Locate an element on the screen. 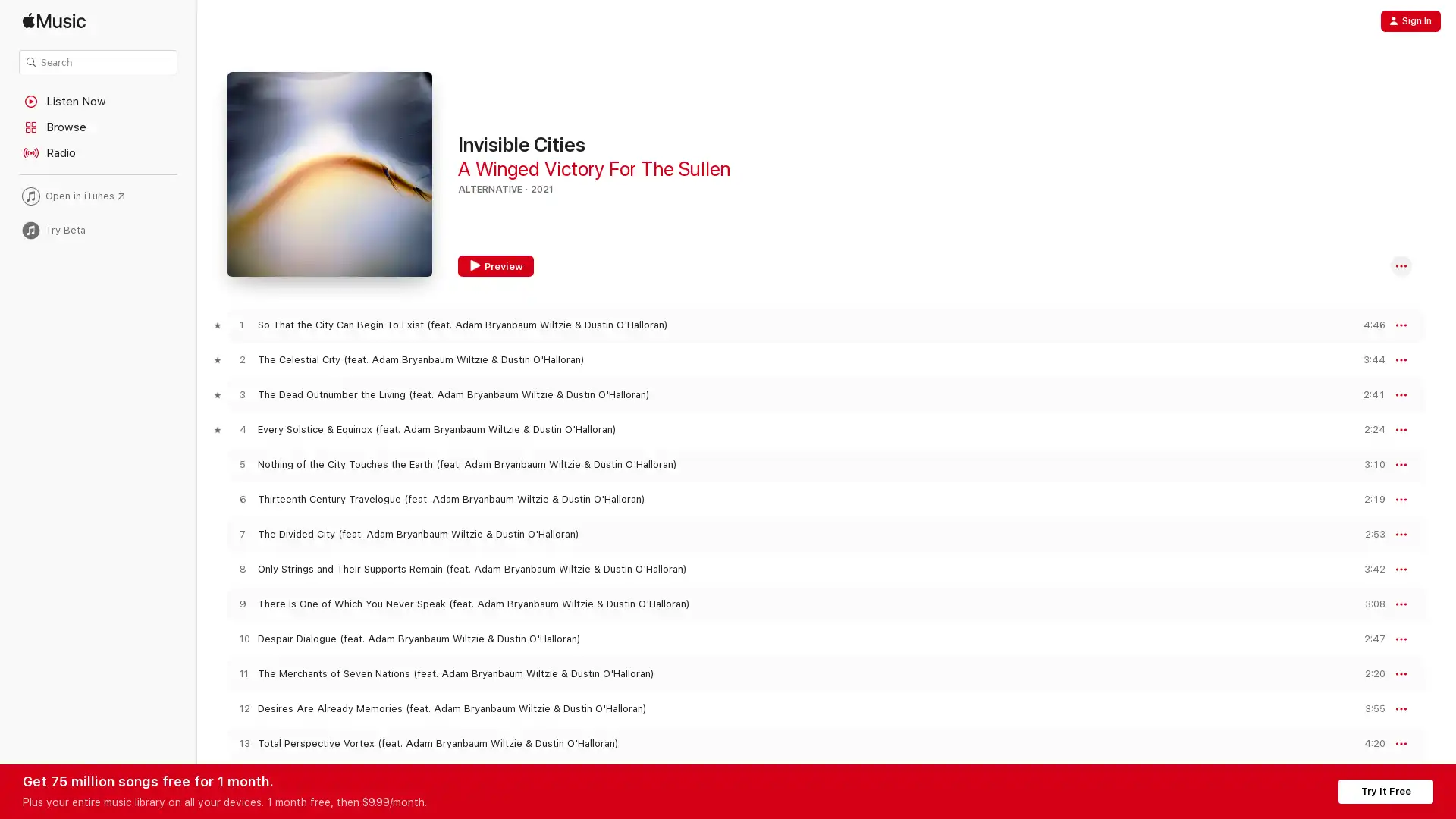 The width and height of the screenshot is (1456, 819). Preview is located at coordinates (1368, 742).